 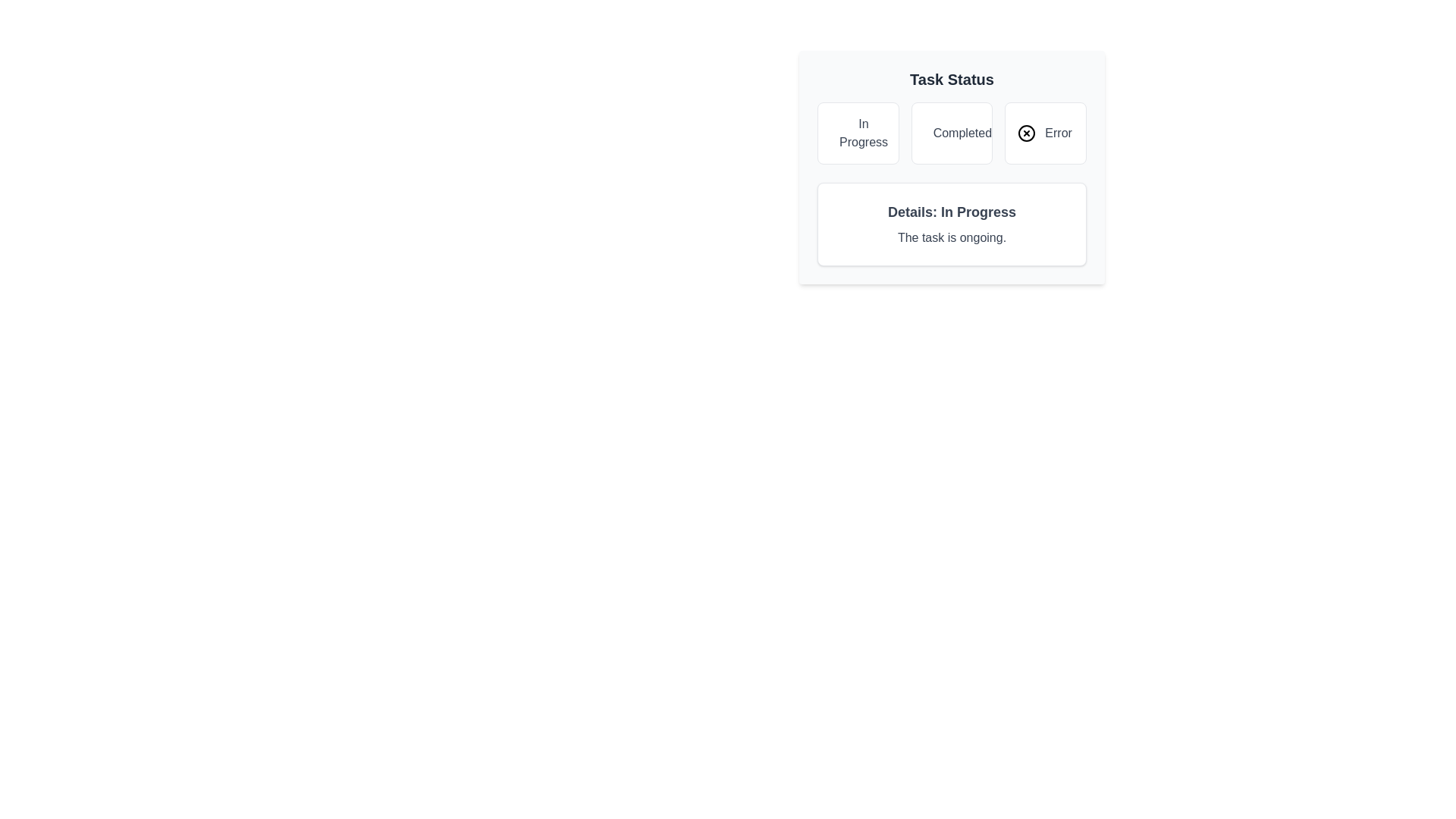 I want to click on the checkmark symbol within the SVG graphic, which is styled with a green stroke and located in the top center of the card-like UI section near the 'Completed' label, so click(x=935, y=130).